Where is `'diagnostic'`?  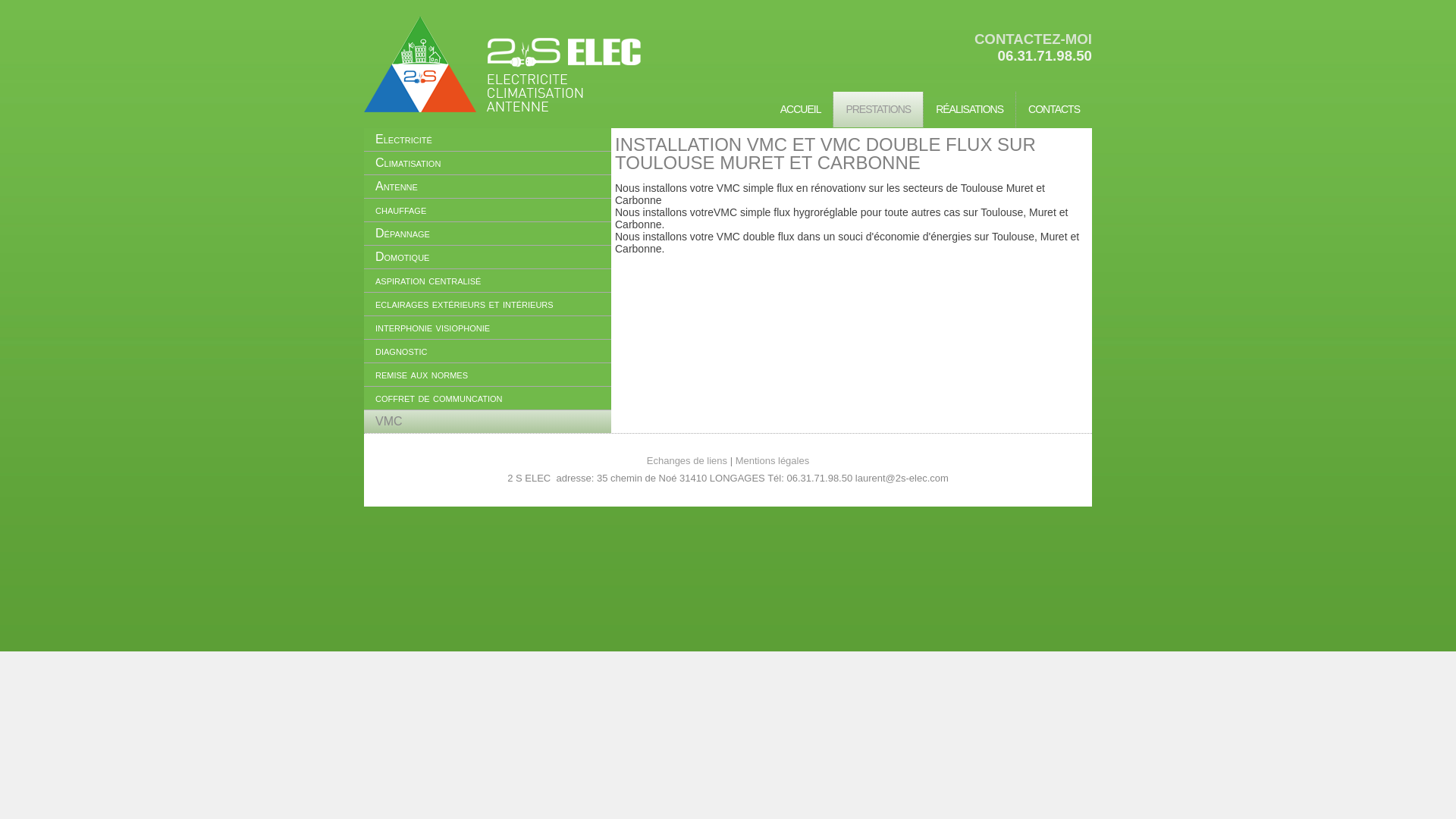 'diagnostic' is located at coordinates (488, 350).